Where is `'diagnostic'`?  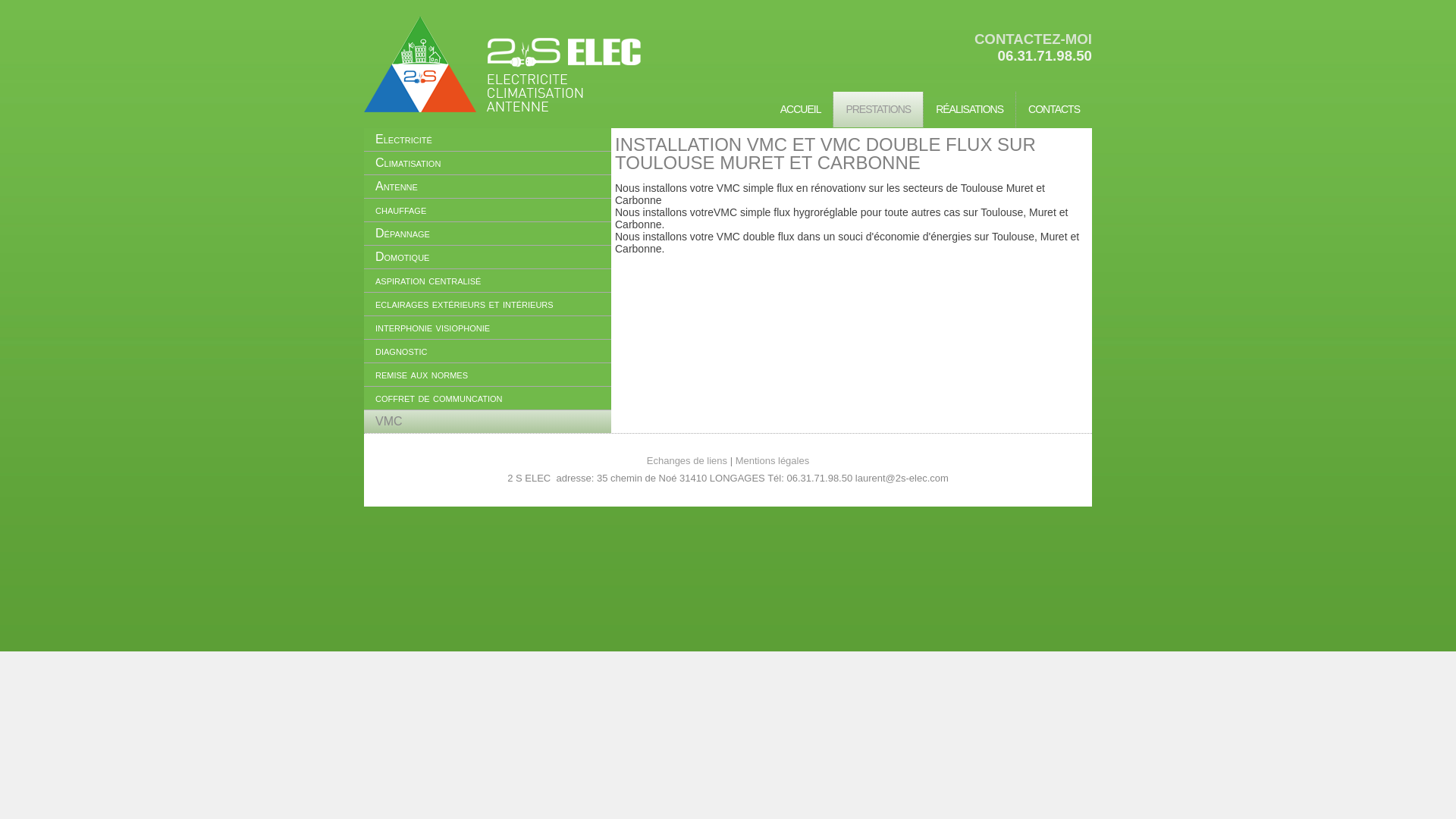 'diagnostic' is located at coordinates (488, 350).